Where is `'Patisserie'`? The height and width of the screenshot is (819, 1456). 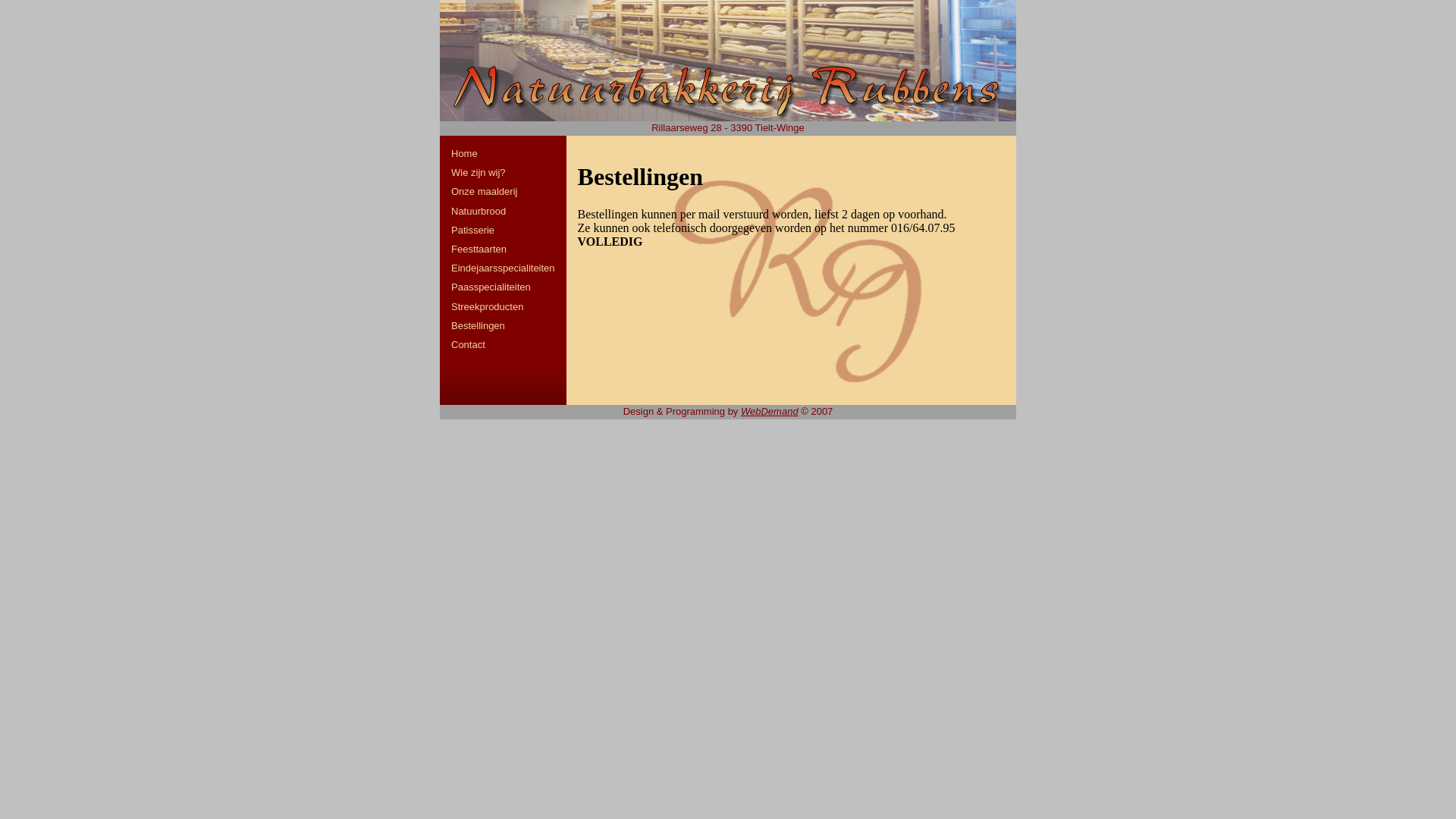
'Patisserie' is located at coordinates (450, 230).